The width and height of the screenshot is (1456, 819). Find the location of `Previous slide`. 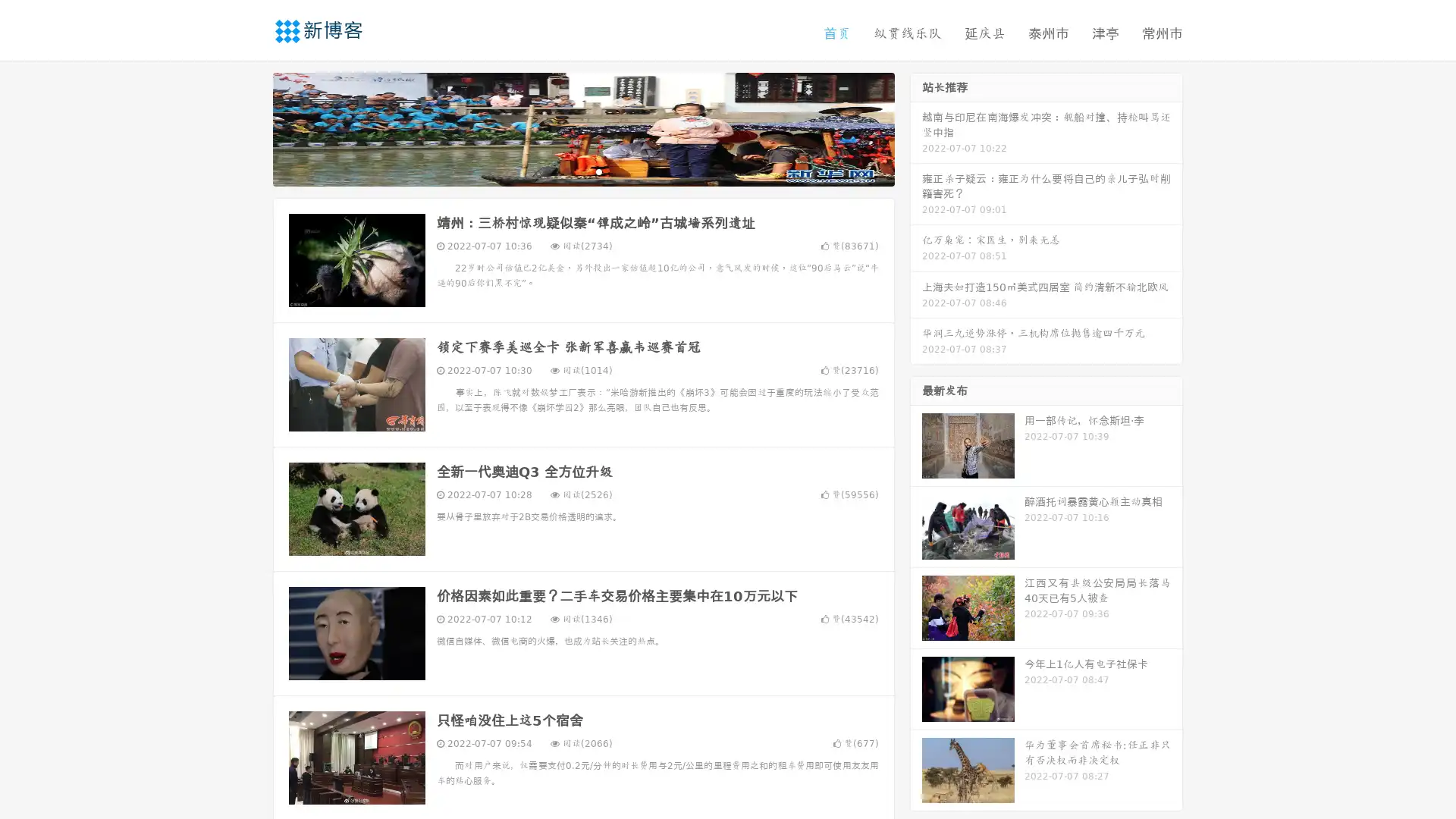

Previous slide is located at coordinates (250, 127).